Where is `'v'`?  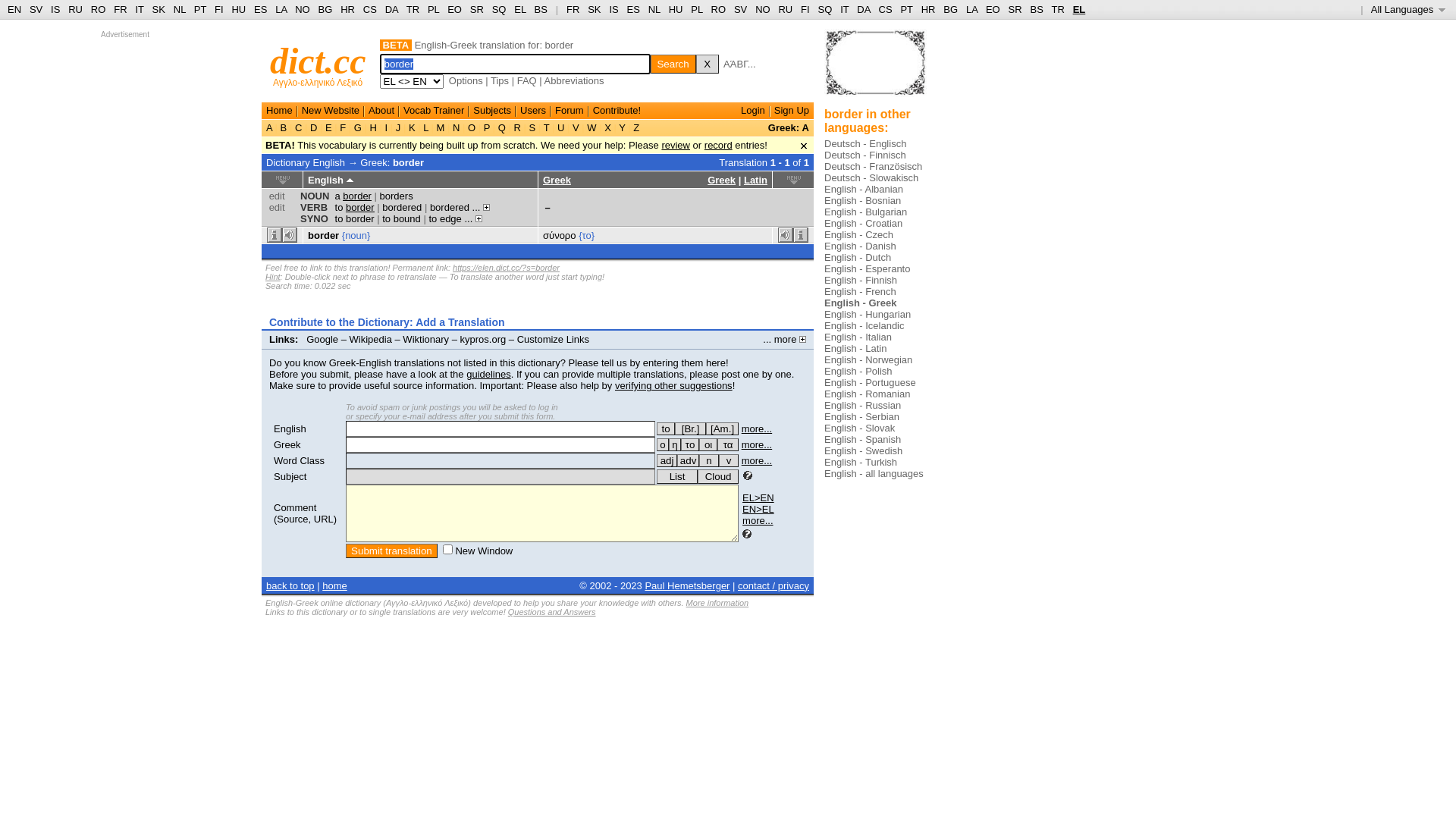 'v' is located at coordinates (728, 460).